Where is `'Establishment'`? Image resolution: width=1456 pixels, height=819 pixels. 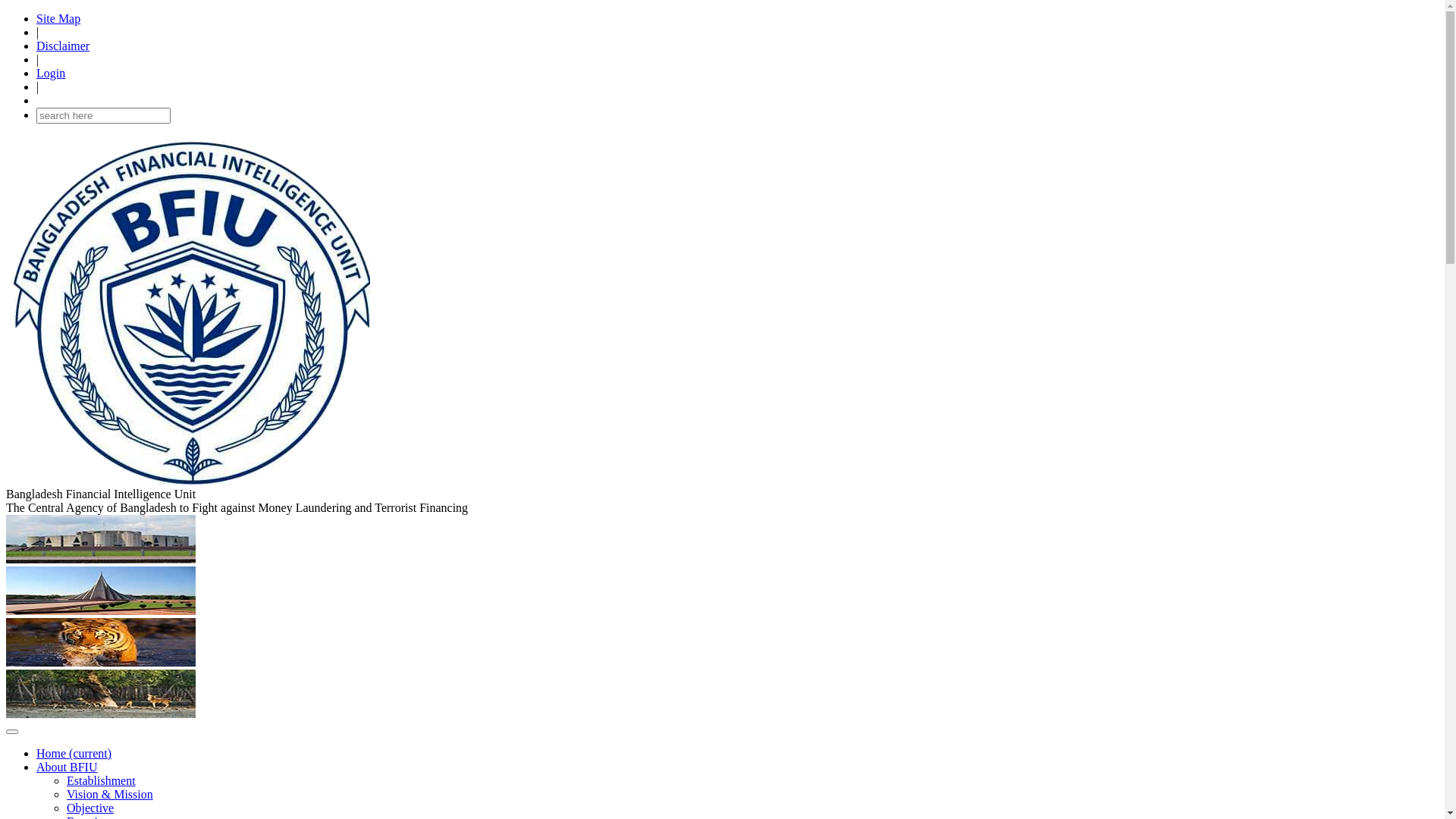 'Establishment' is located at coordinates (100, 780).